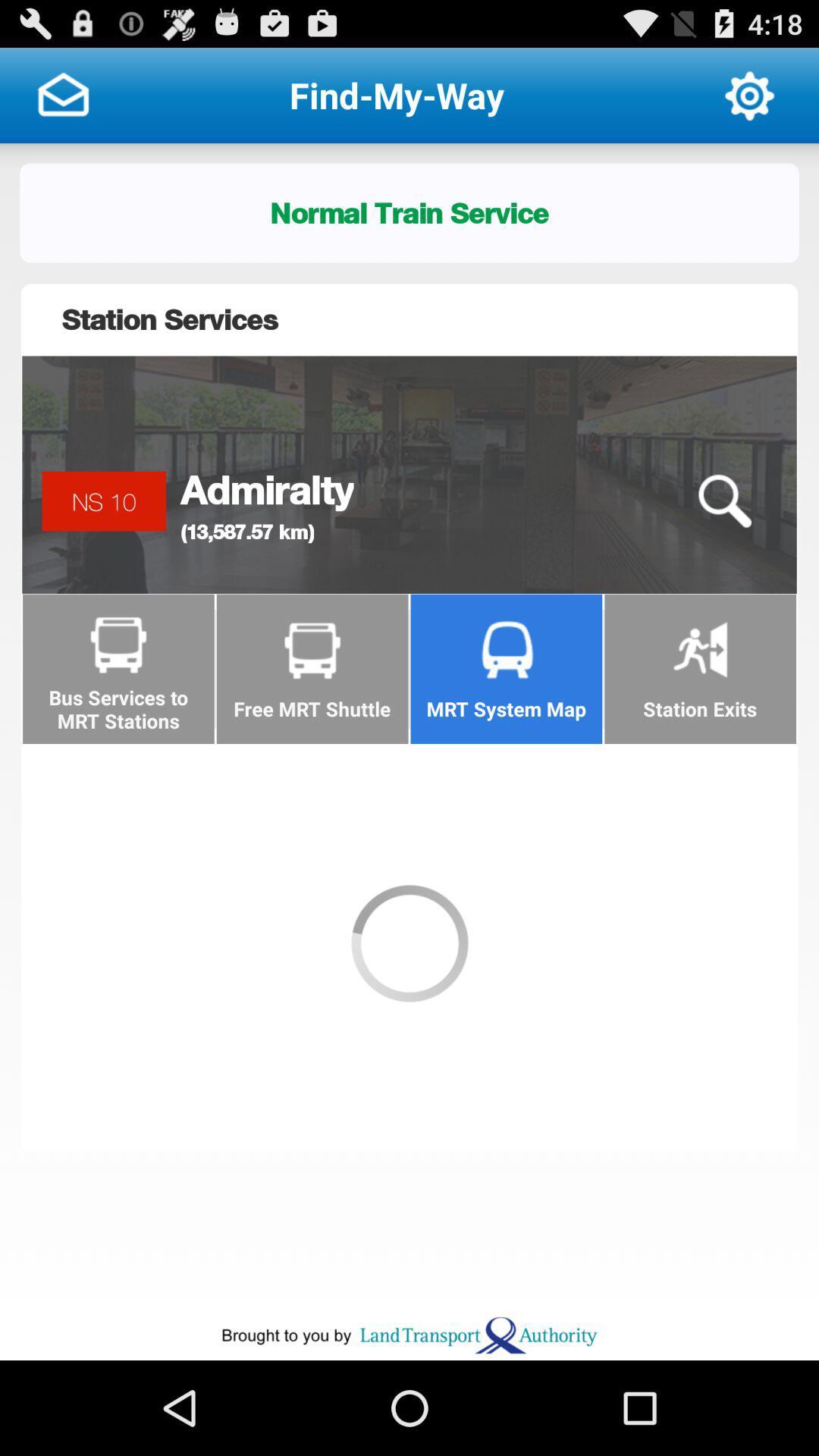 The height and width of the screenshot is (1456, 819). What do you see at coordinates (62, 94) in the screenshot?
I see `app to the left of find-my-way` at bounding box center [62, 94].